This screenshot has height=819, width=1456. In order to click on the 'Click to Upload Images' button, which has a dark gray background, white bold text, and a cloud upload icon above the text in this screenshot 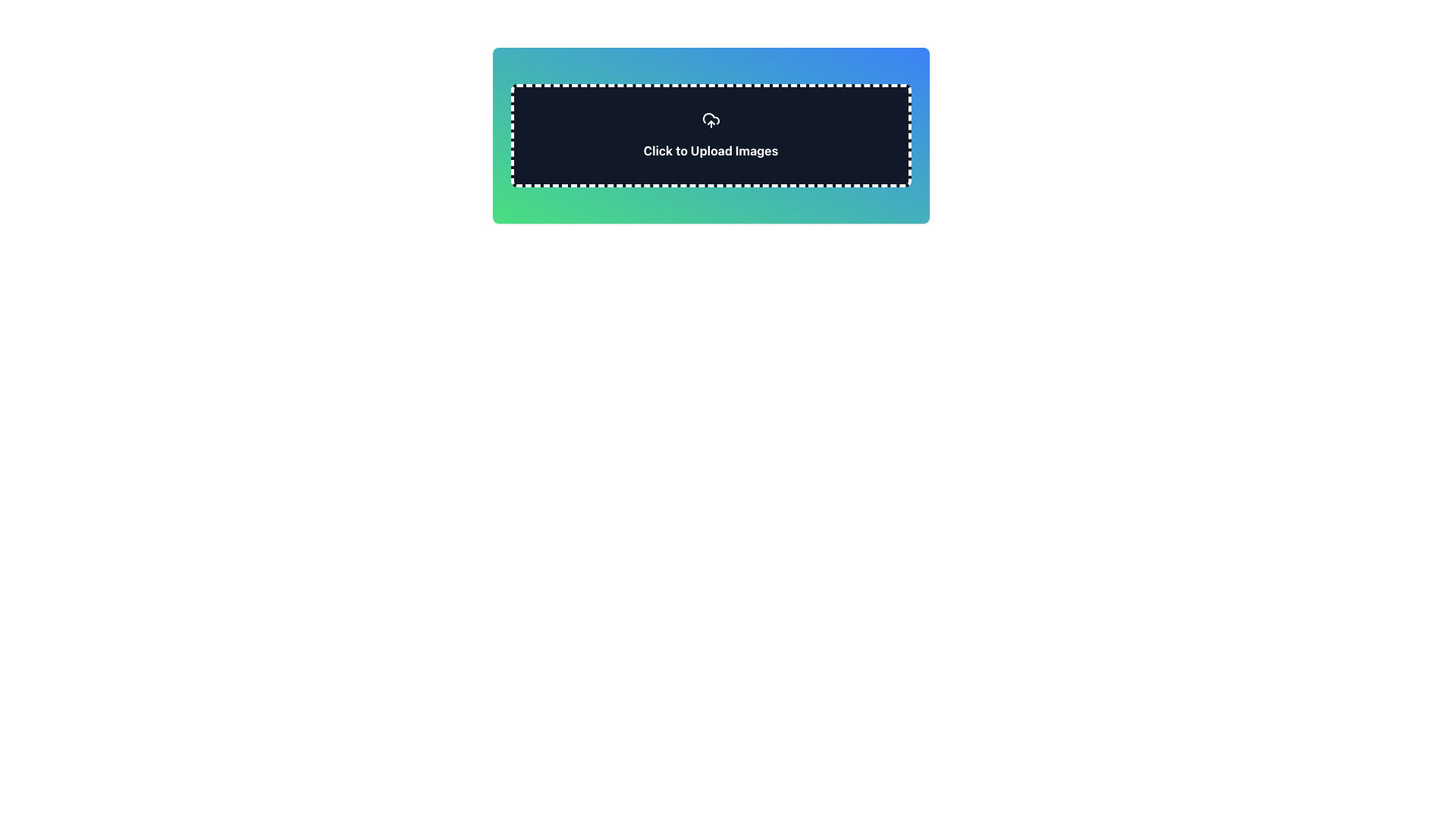, I will do `click(710, 134)`.